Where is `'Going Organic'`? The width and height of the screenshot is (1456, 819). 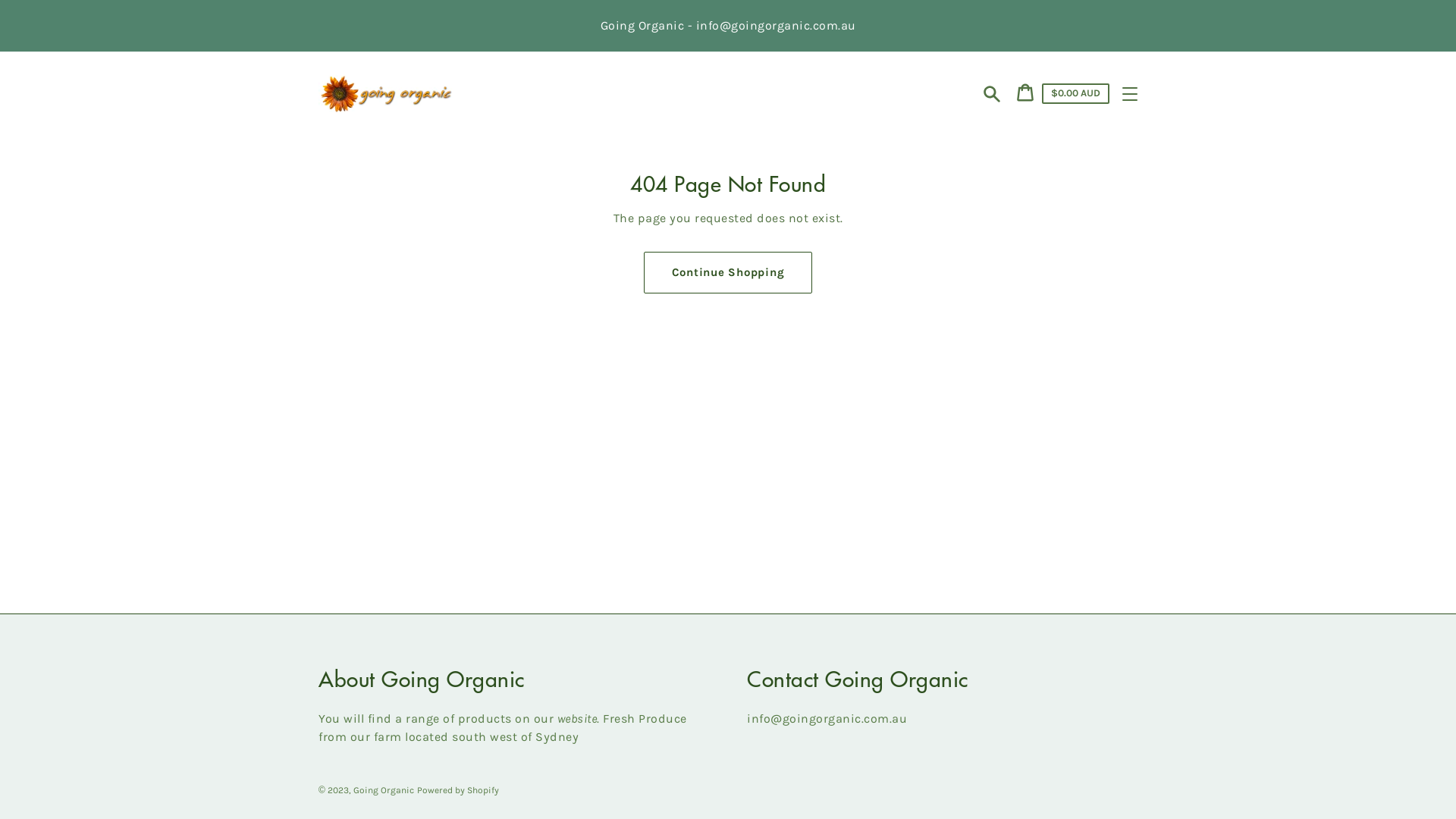 'Going Organic' is located at coordinates (383, 789).